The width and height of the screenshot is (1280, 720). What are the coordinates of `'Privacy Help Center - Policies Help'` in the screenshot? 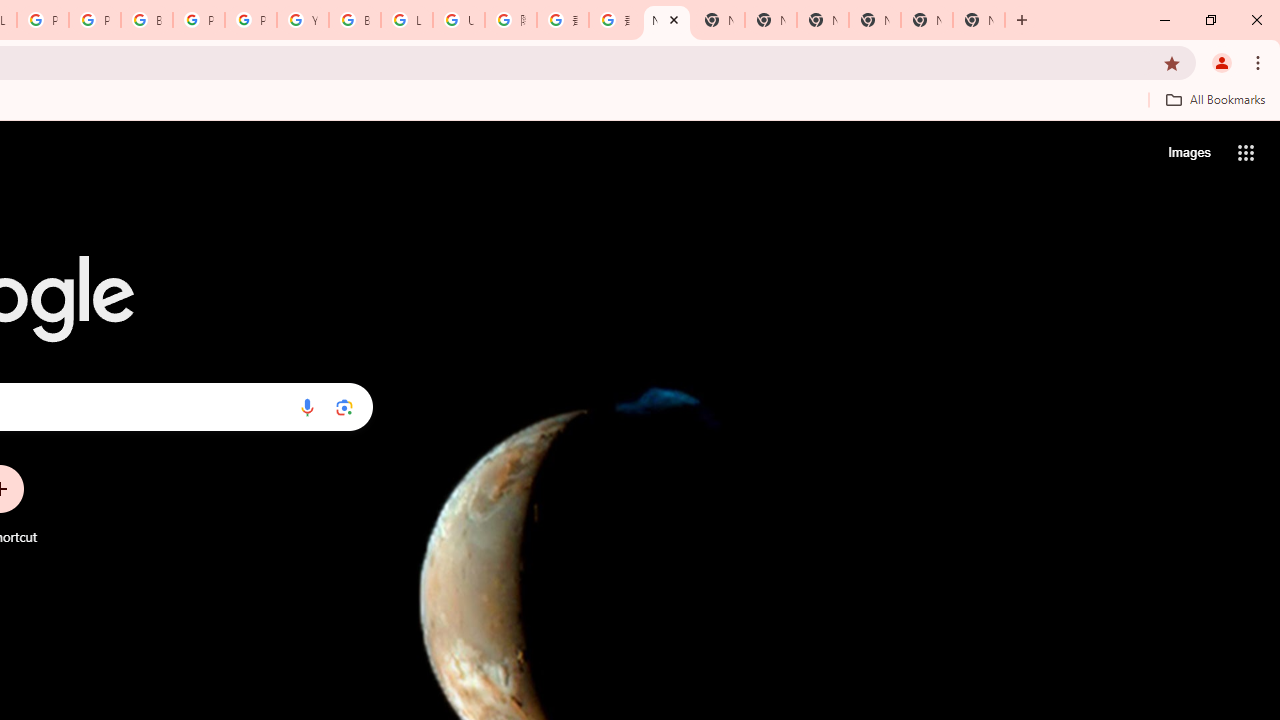 It's located at (42, 20).